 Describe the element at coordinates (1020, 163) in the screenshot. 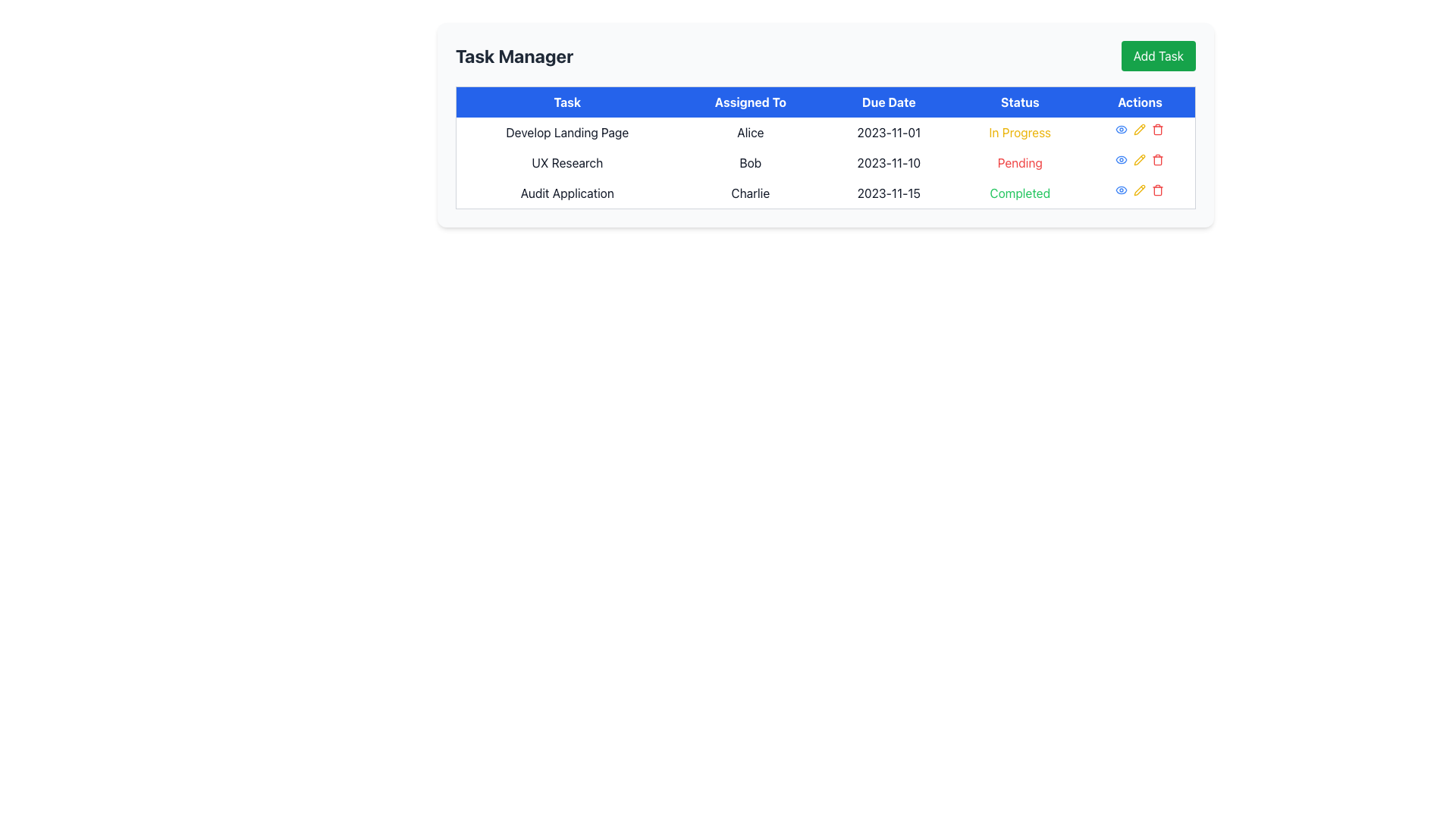

I see `the text label displaying the current status of the task indicating 'Pending', which is located in the fourth column of the second row in a table, adjacent to the 'Due Date' and 'Actions' columns` at that location.